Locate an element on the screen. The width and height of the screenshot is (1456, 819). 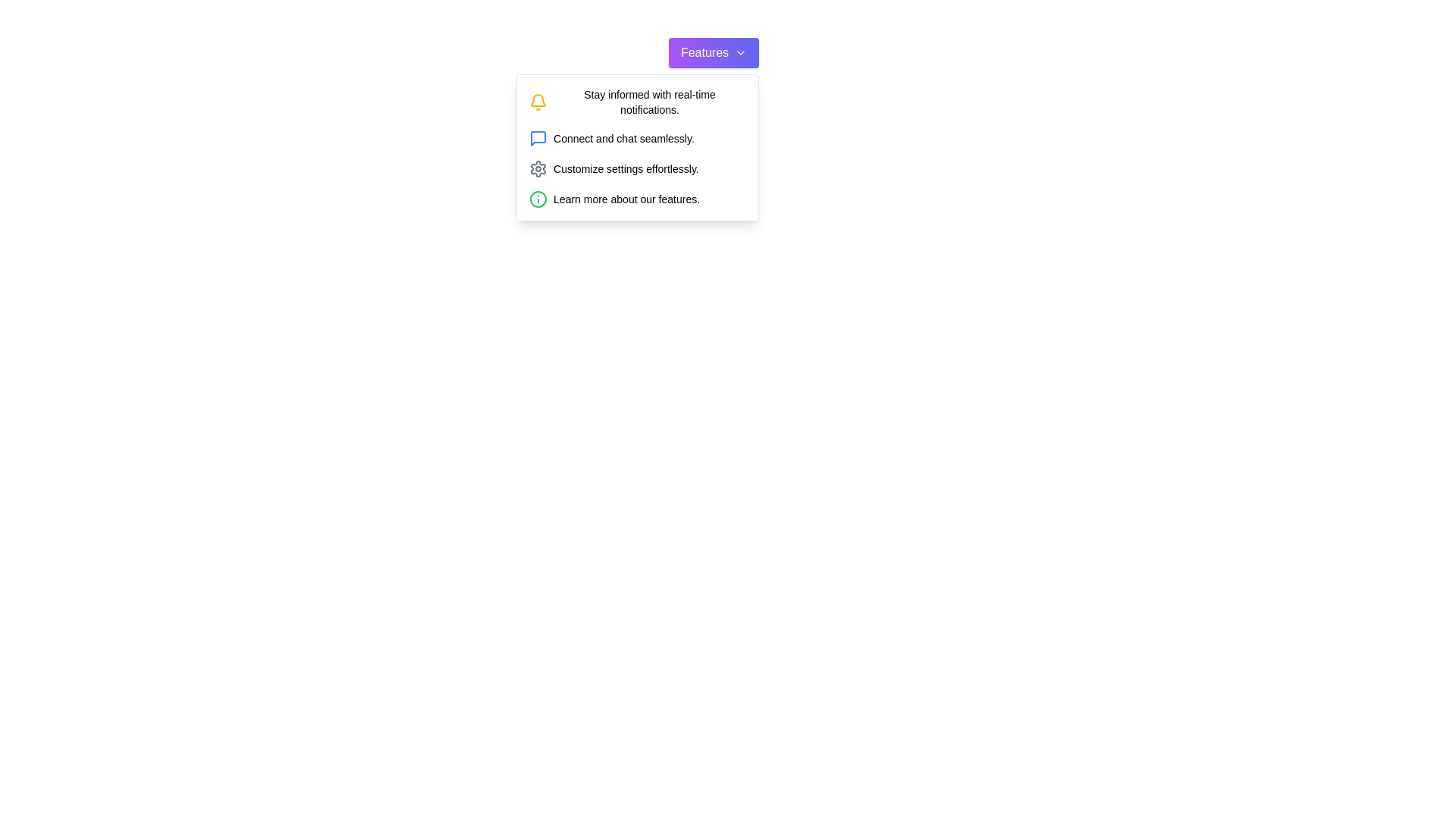
the notification bell SVG icon, which is yellow and located next to the label 'Stay informed with real-time notifications.' is located at coordinates (538, 102).